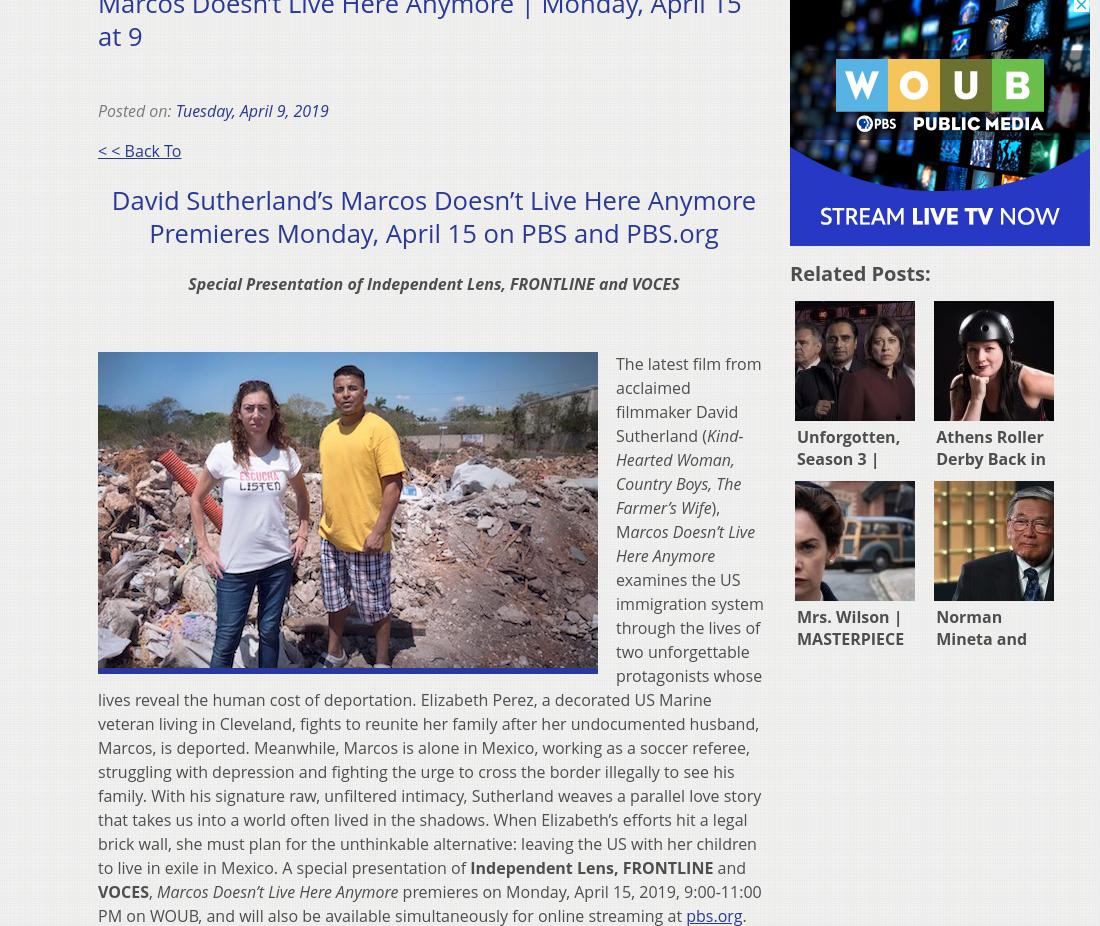  I want to click on 'Related posts:', so click(858, 272).